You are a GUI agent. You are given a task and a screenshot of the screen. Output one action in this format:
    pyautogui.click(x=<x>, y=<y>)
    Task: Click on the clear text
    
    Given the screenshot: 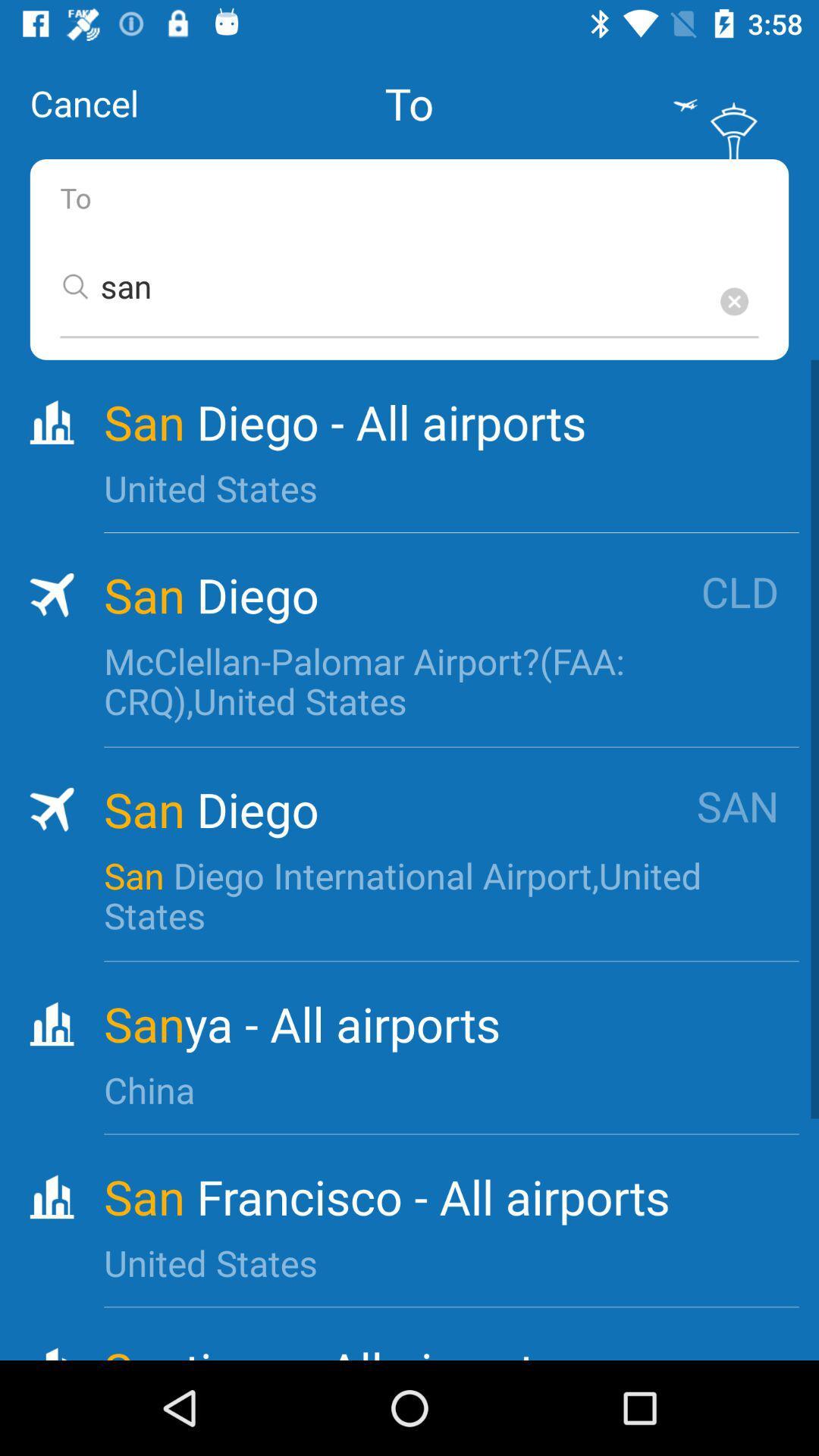 What is the action you would take?
    pyautogui.click(x=733, y=301)
    